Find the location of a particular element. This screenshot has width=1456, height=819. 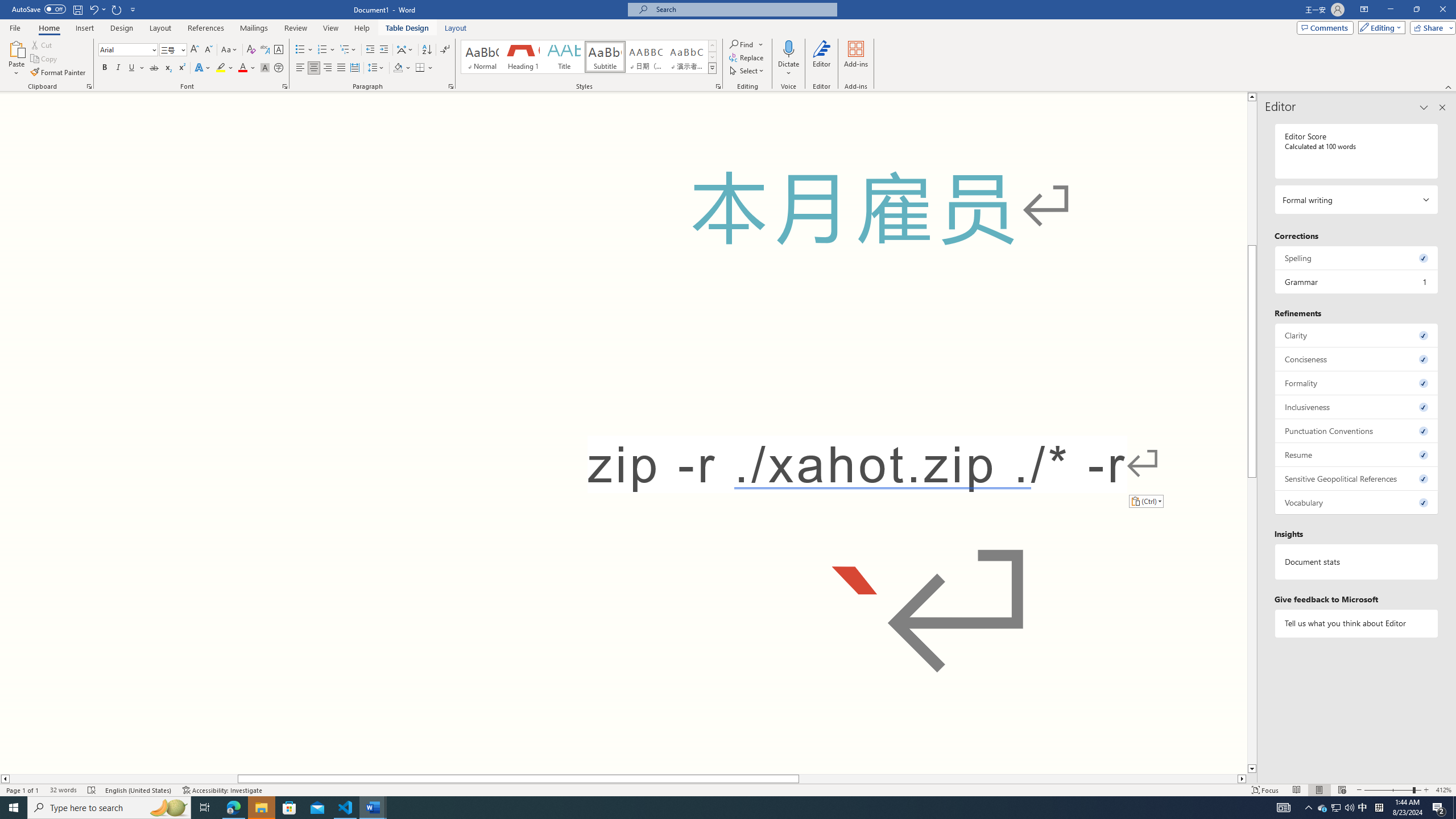

'Row up' is located at coordinates (712, 45).